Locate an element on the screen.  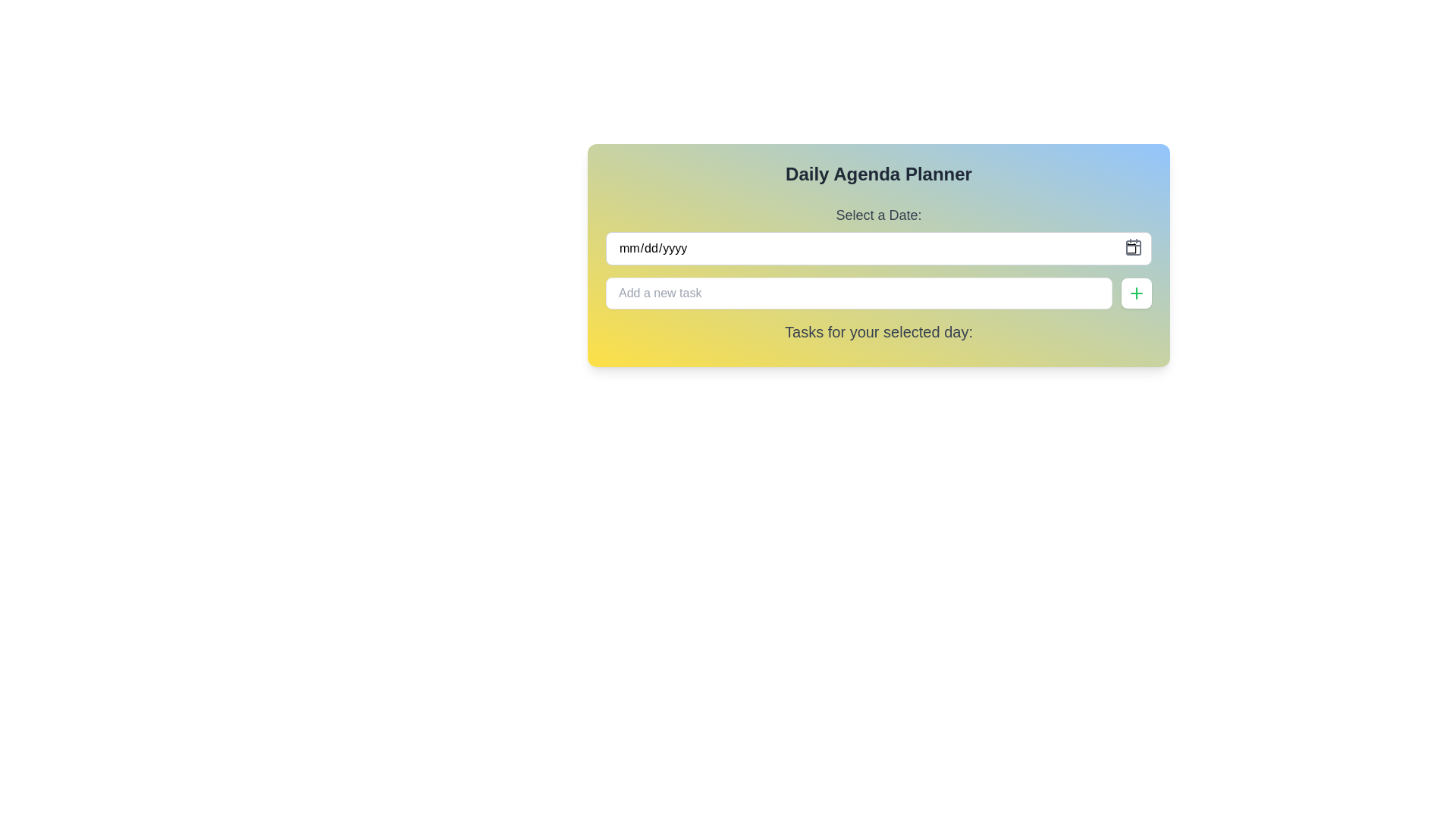
the 'Select a Date:' input field is located at coordinates (878, 234).